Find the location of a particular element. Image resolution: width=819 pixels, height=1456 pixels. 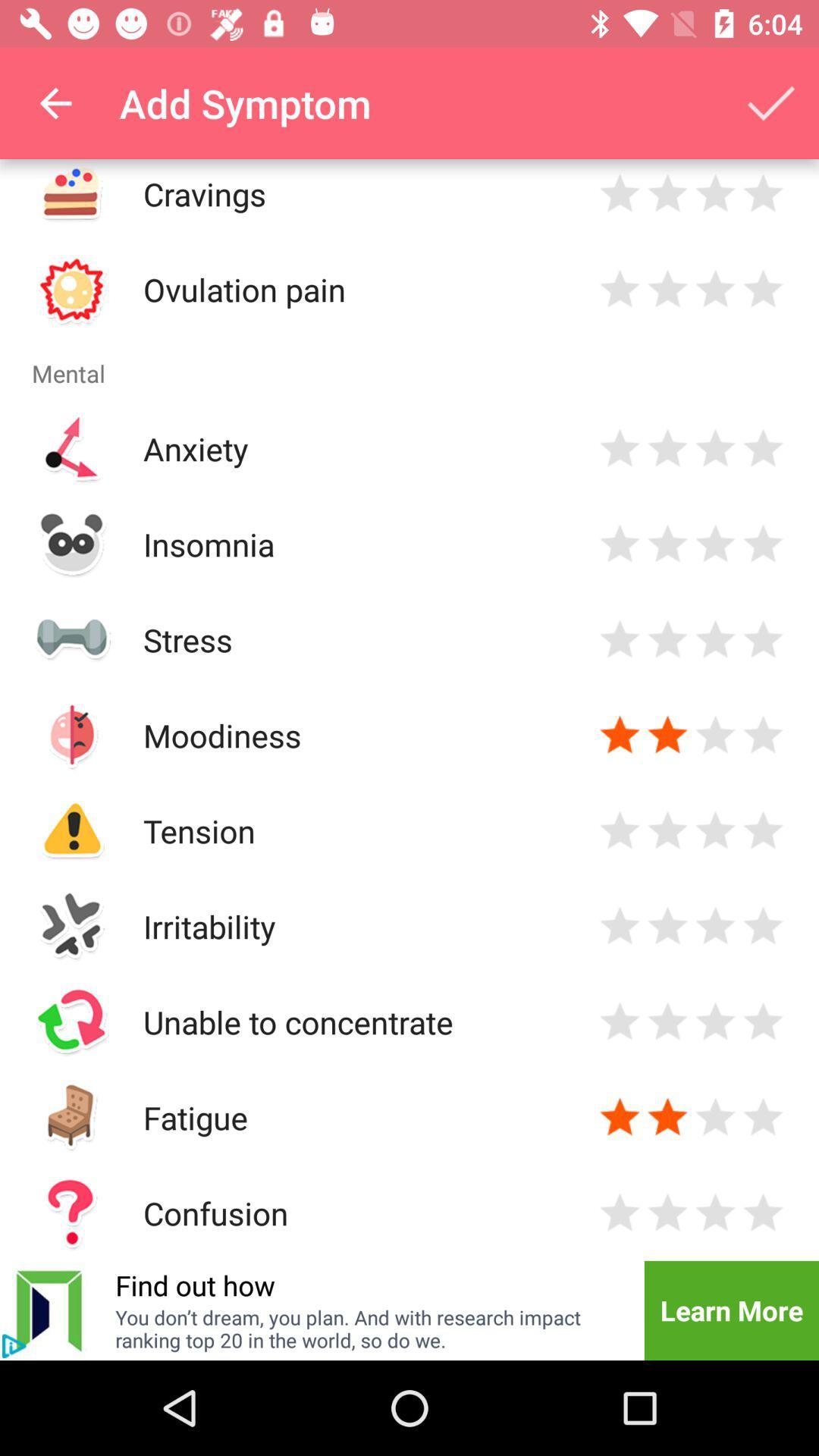

i 'm really confused is located at coordinates (715, 1212).